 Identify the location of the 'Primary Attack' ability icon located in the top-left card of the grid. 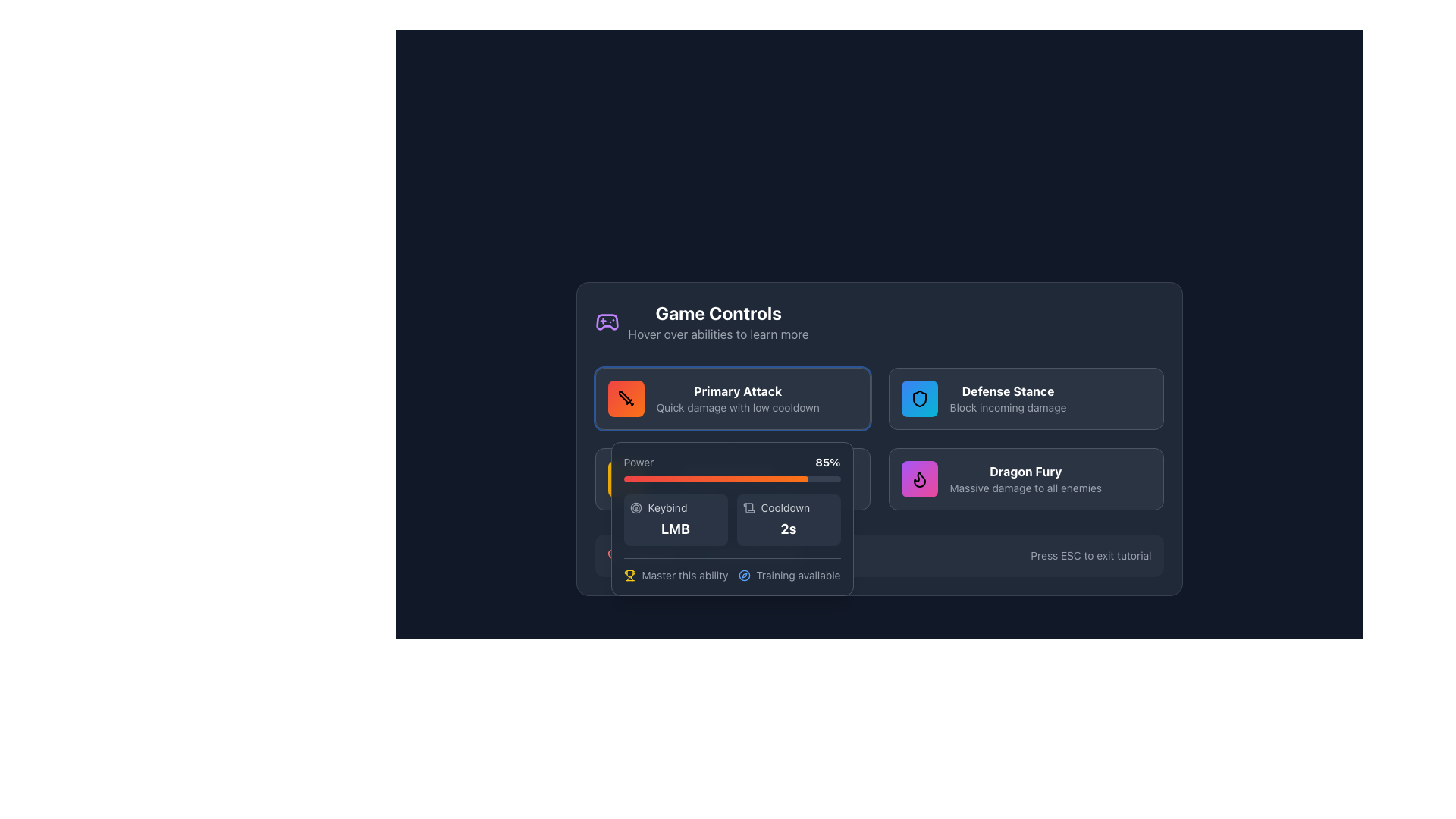
(626, 397).